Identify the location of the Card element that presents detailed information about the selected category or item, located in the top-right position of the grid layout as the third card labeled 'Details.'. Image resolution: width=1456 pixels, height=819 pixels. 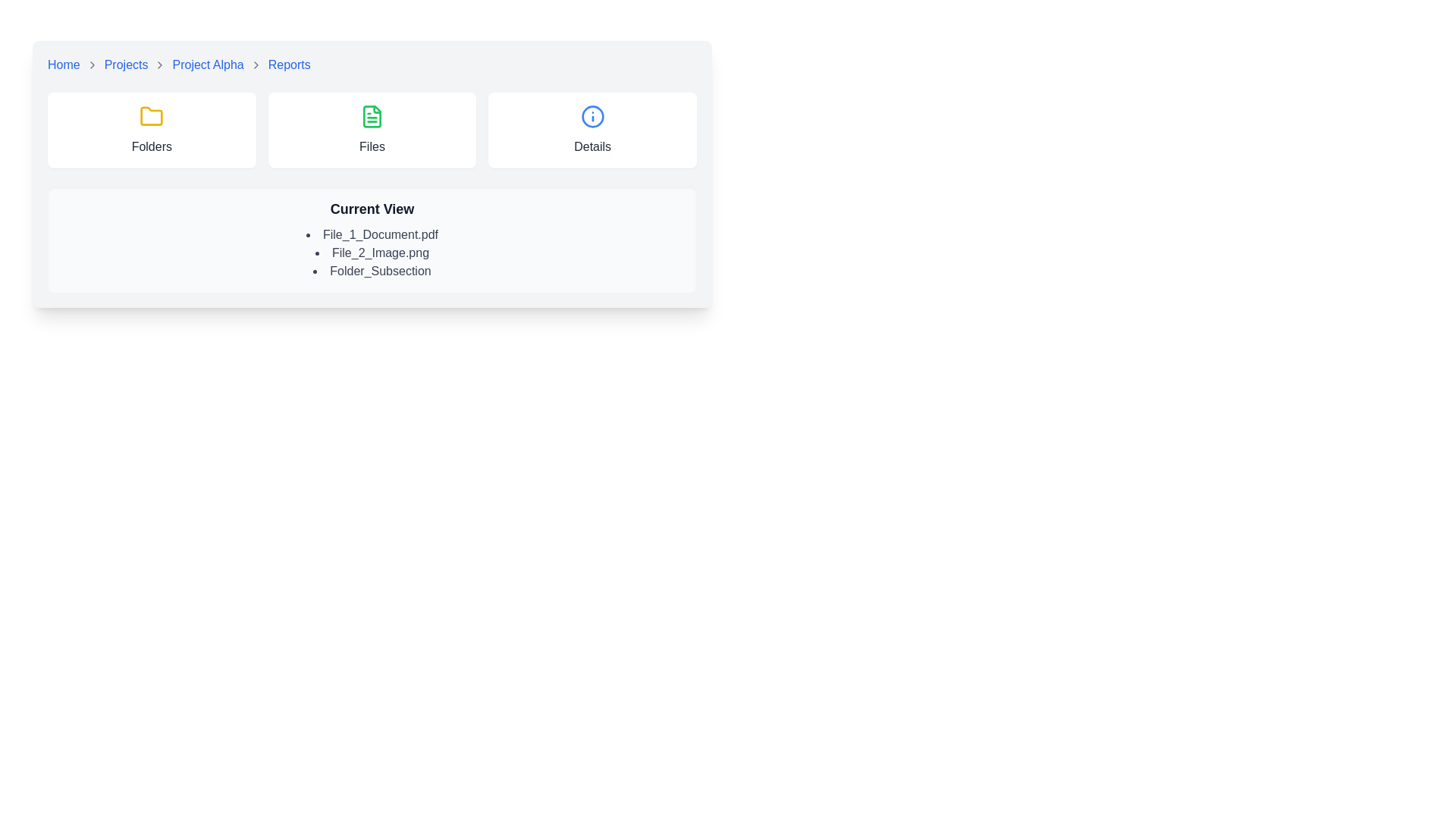
(591, 130).